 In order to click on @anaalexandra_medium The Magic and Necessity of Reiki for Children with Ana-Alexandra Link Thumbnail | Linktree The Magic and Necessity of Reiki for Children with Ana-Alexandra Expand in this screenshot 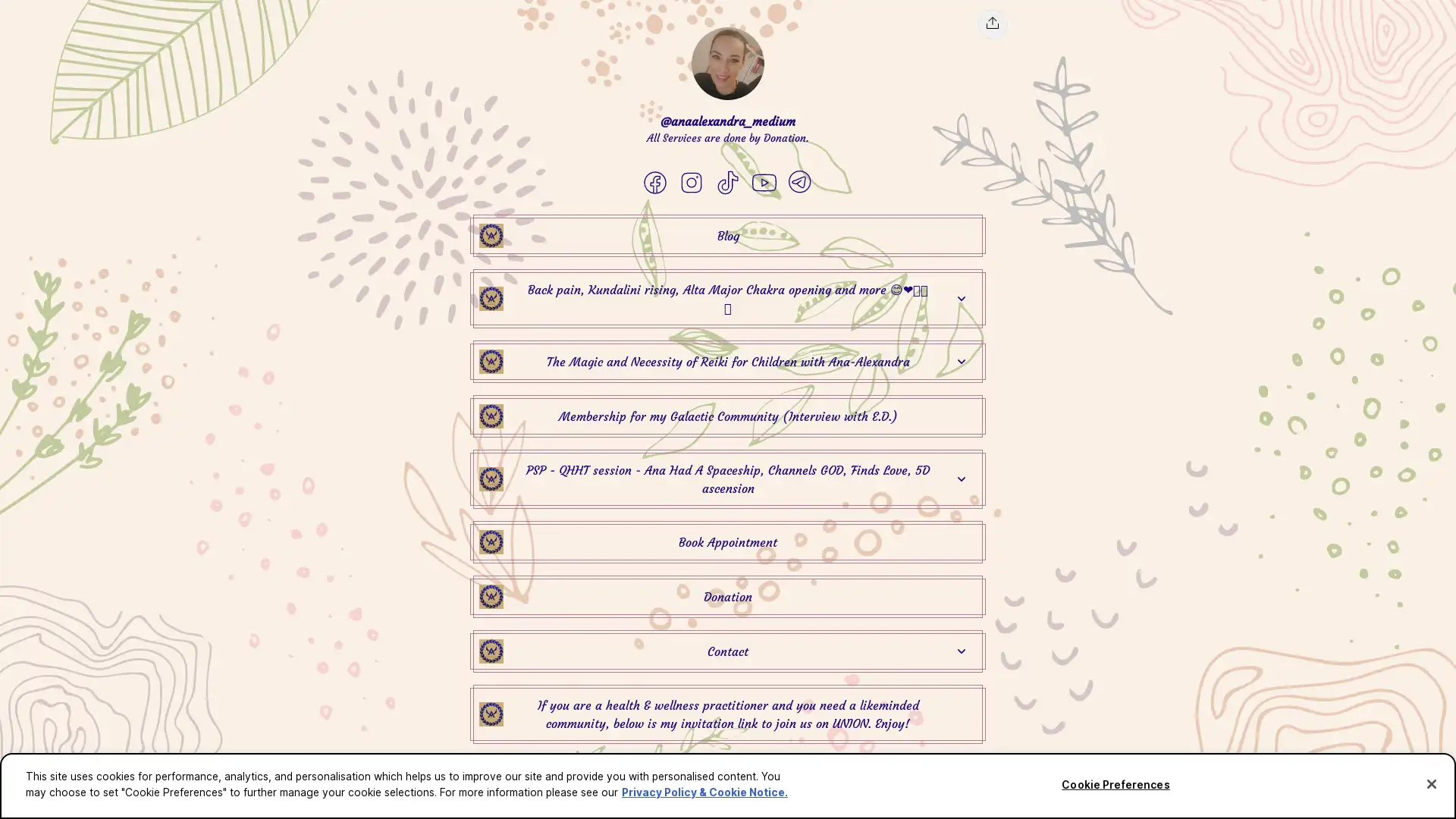, I will do `click(728, 362)`.